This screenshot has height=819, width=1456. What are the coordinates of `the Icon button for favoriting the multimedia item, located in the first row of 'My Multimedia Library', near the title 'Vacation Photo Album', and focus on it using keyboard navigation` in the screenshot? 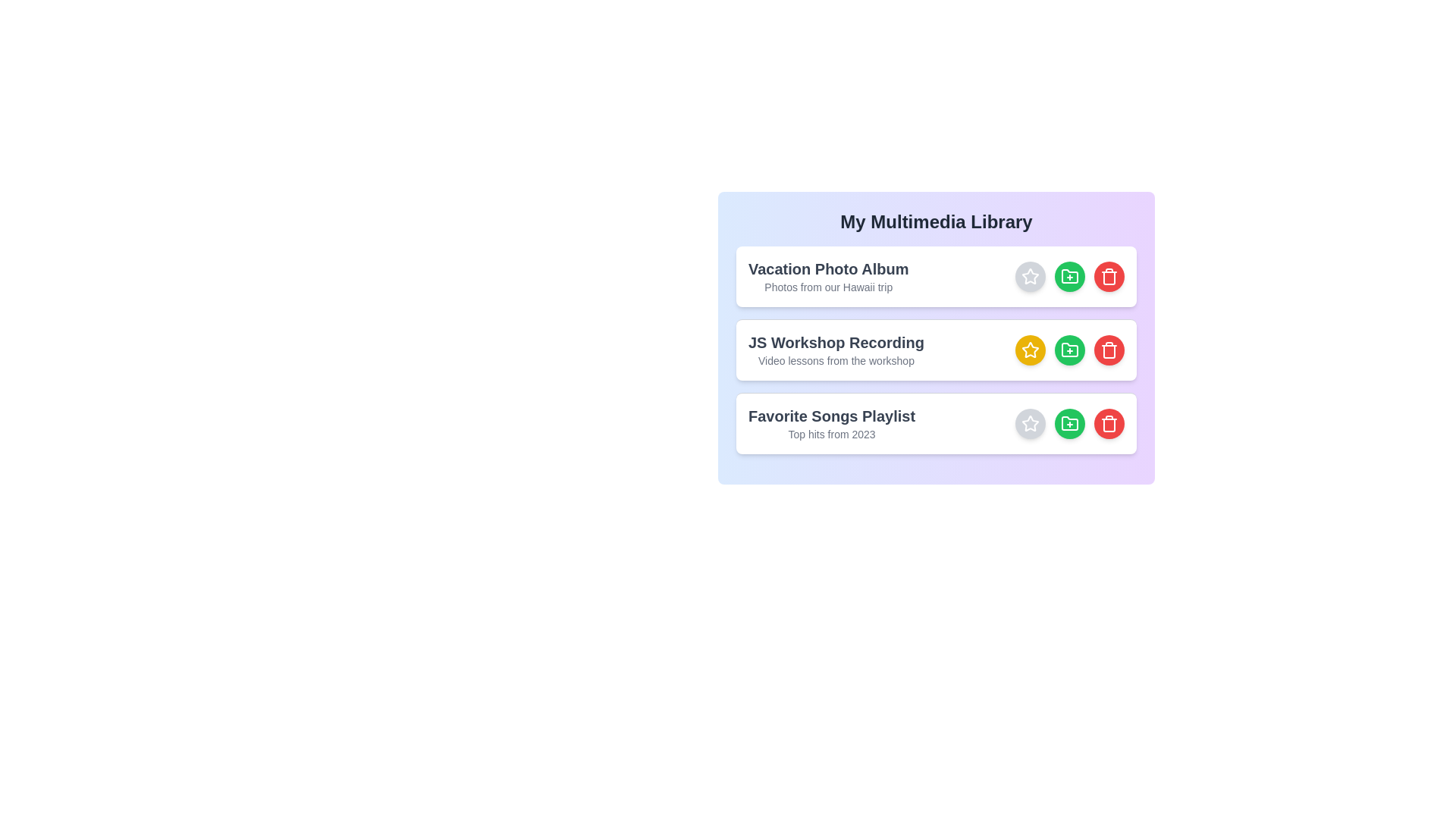 It's located at (1030, 277).